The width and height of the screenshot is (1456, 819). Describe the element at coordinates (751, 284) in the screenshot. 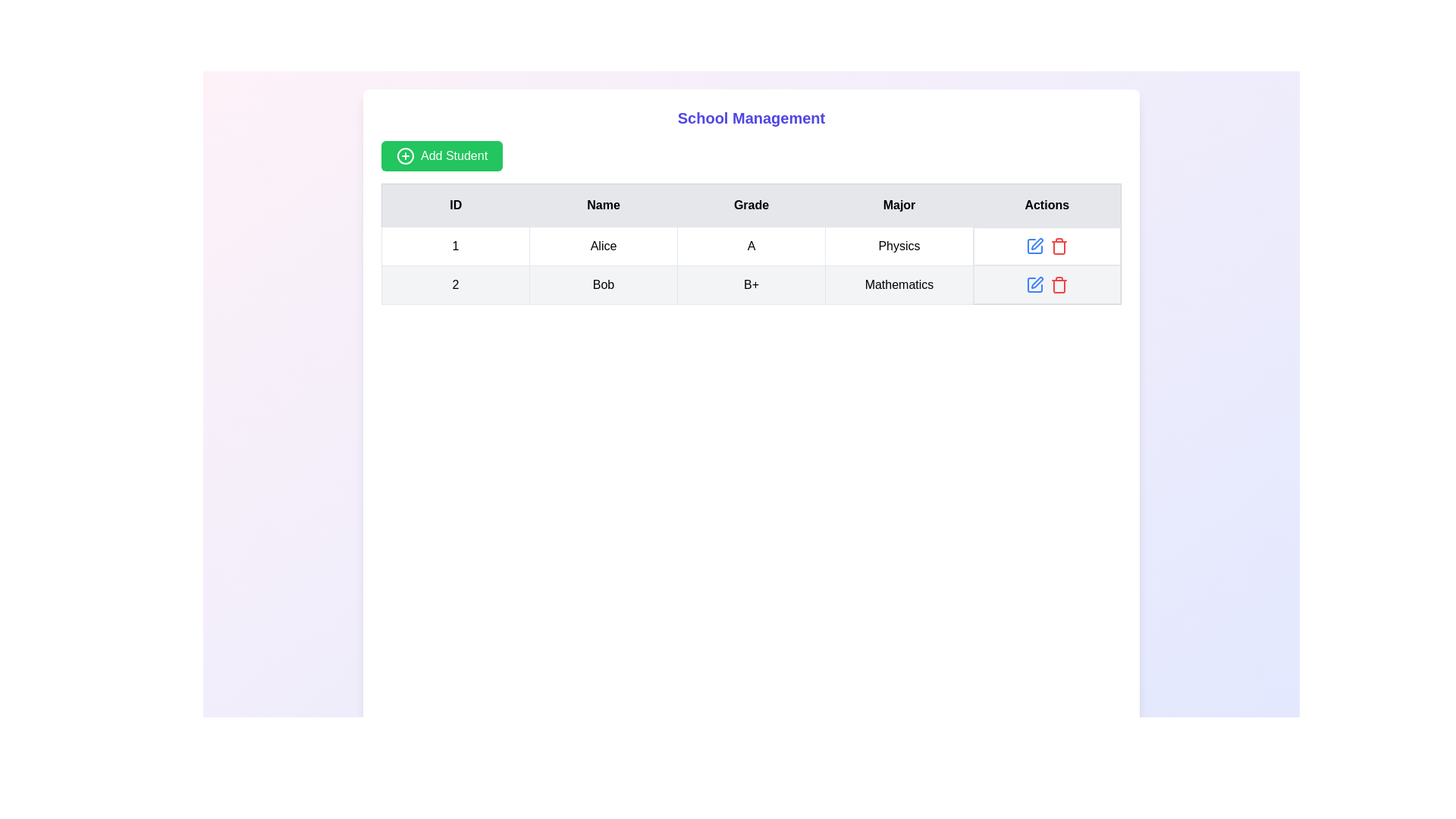

I see `on the table cell displaying the grade information for the student named 'Bob' located in the third column of the second row` at that location.